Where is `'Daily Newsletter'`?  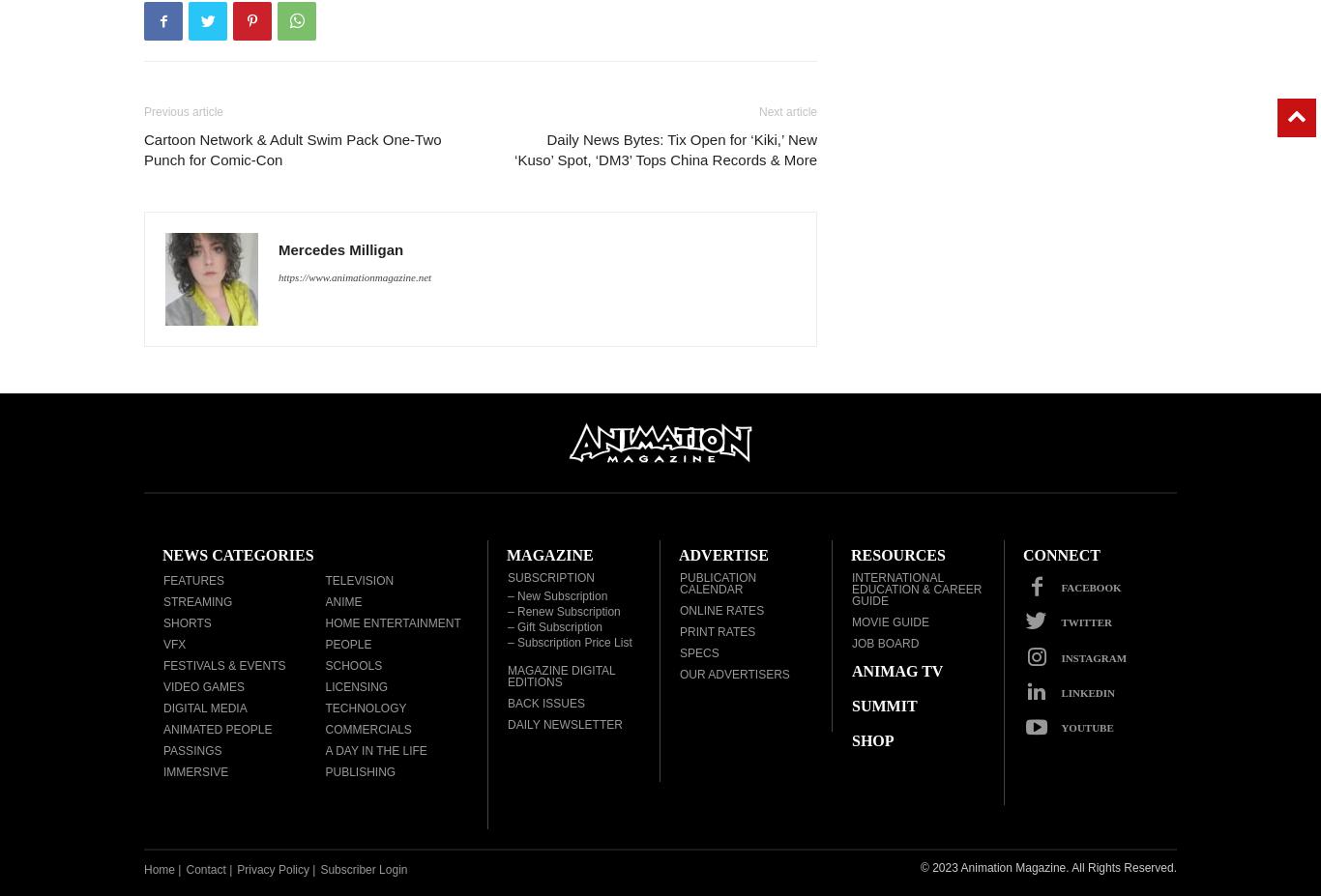 'Daily Newsletter' is located at coordinates (507, 724).